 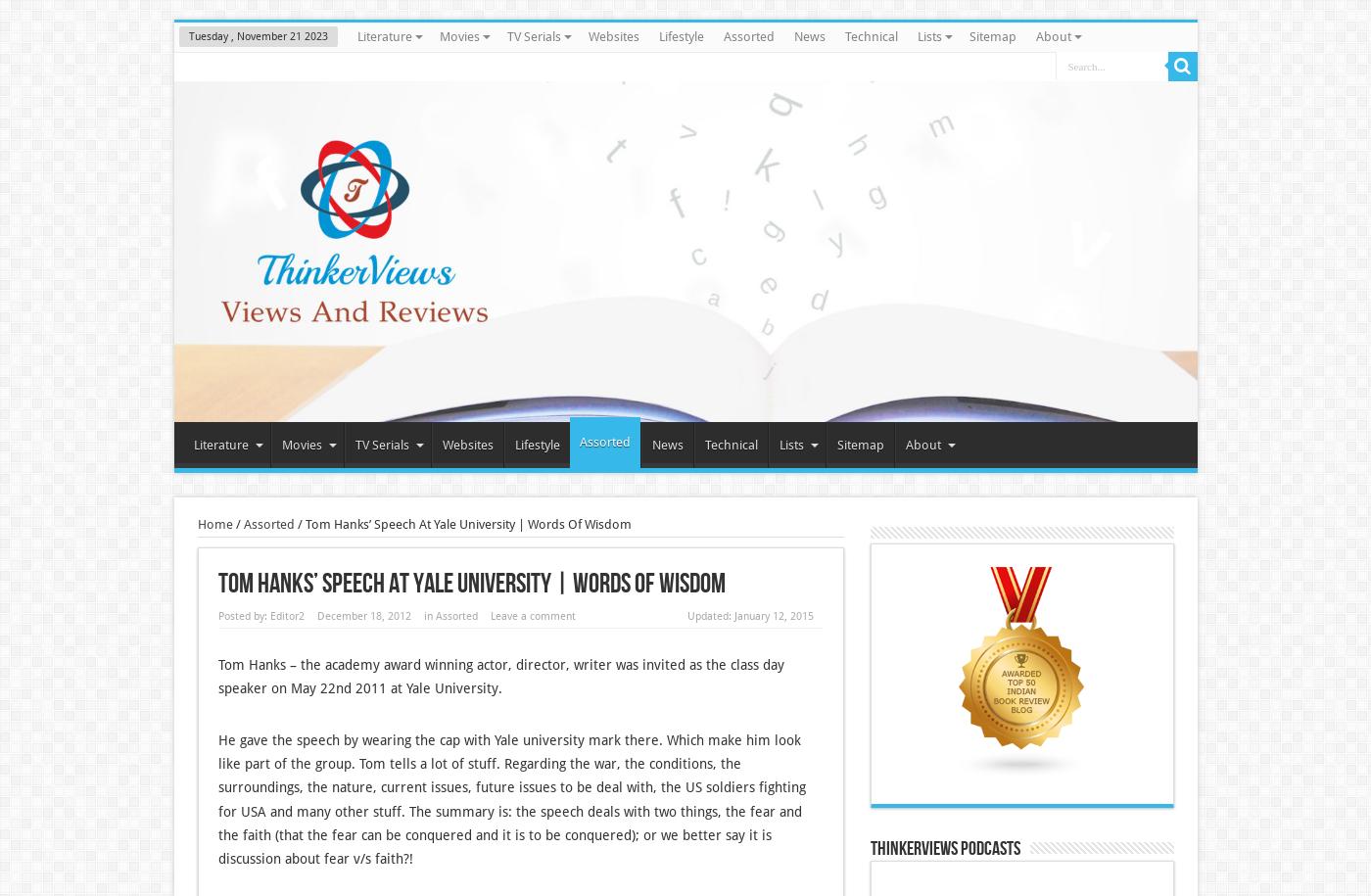 What do you see at coordinates (286, 616) in the screenshot?
I see `'Editor2'` at bounding box center [286, 616].